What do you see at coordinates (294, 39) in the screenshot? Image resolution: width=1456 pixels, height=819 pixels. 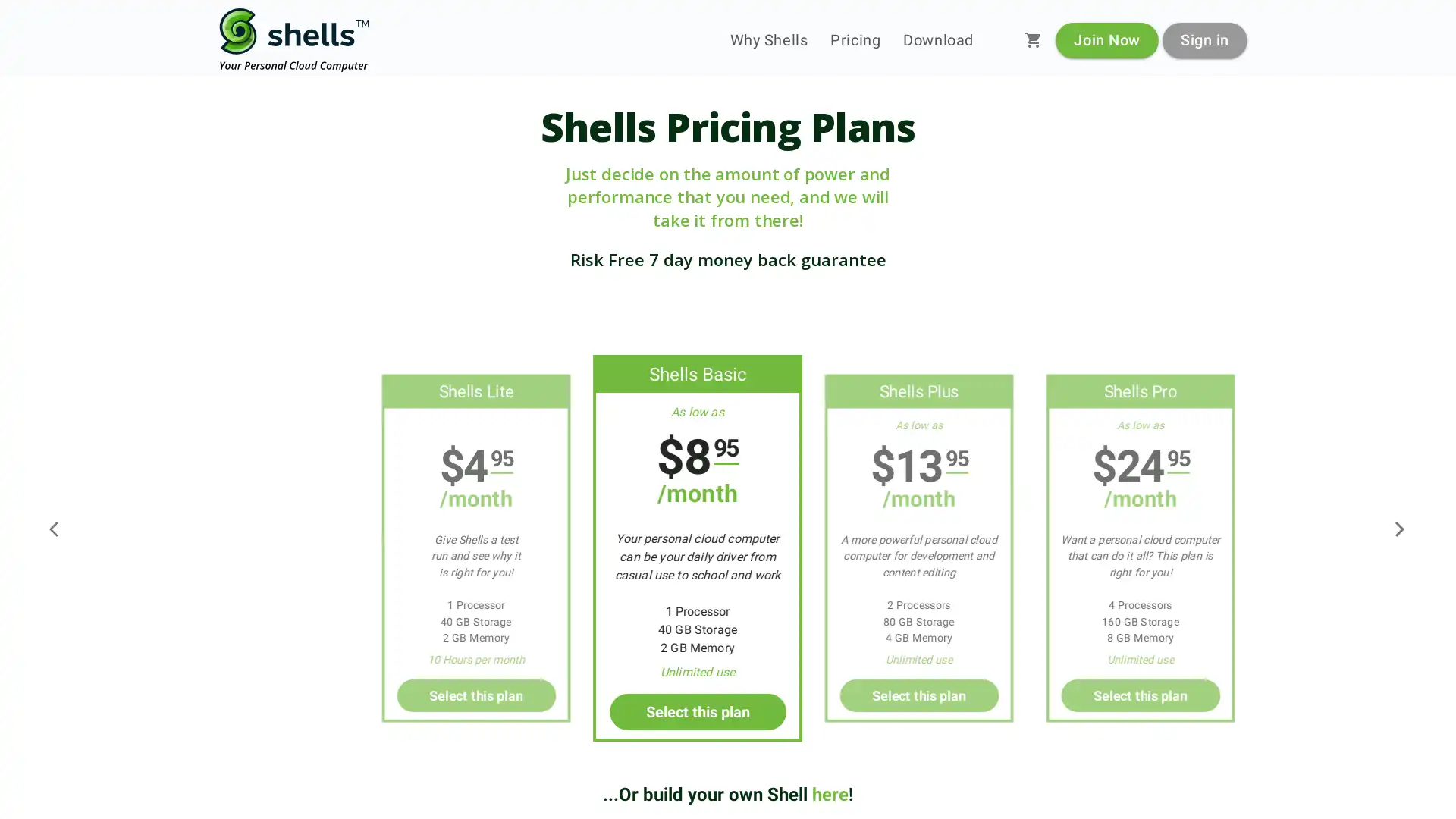 I see `Shells Logo` at bounding box center [294, 39].